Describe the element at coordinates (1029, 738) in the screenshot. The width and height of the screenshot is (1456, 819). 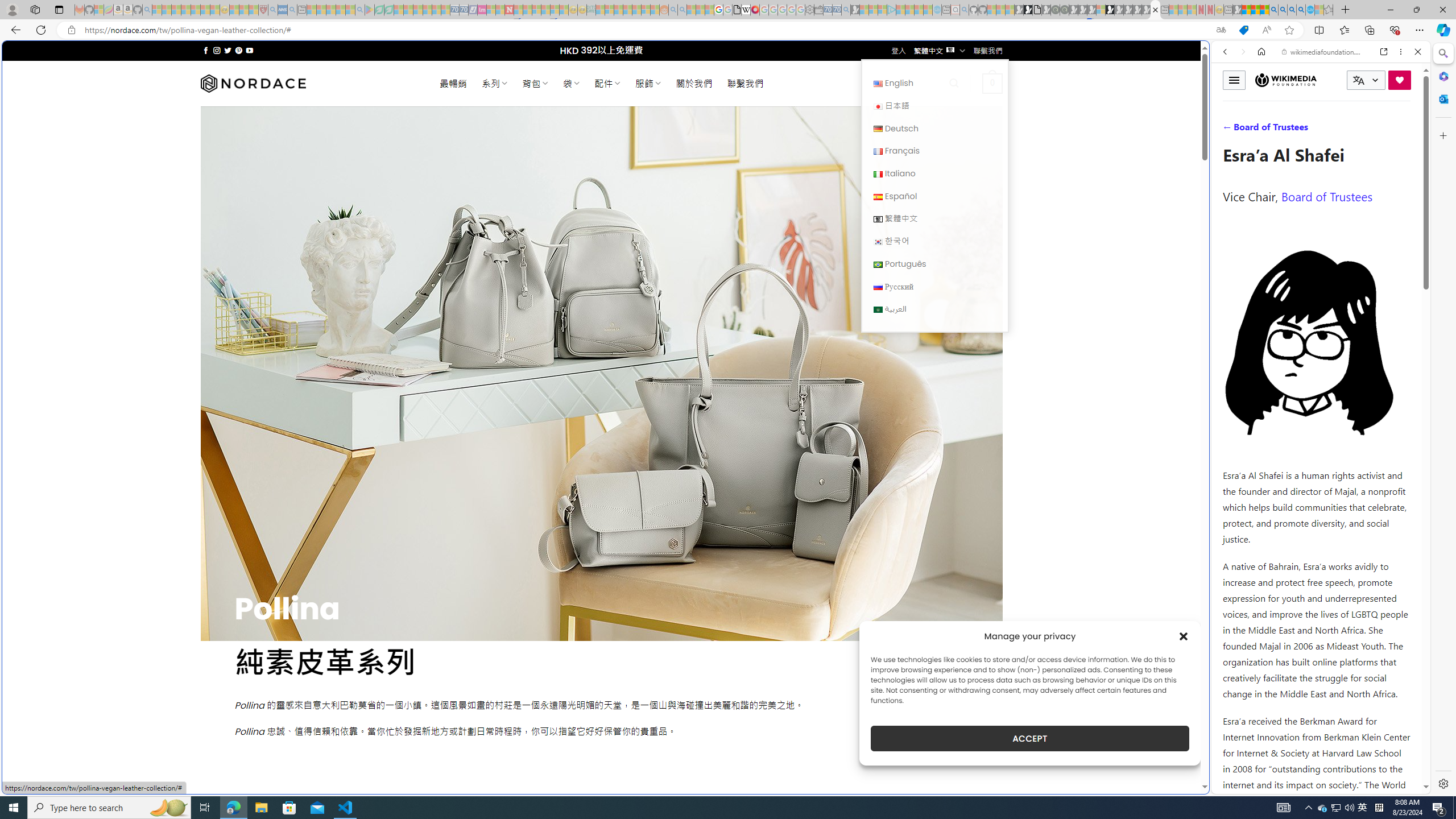
I see `'ACCEPT'` at that location.